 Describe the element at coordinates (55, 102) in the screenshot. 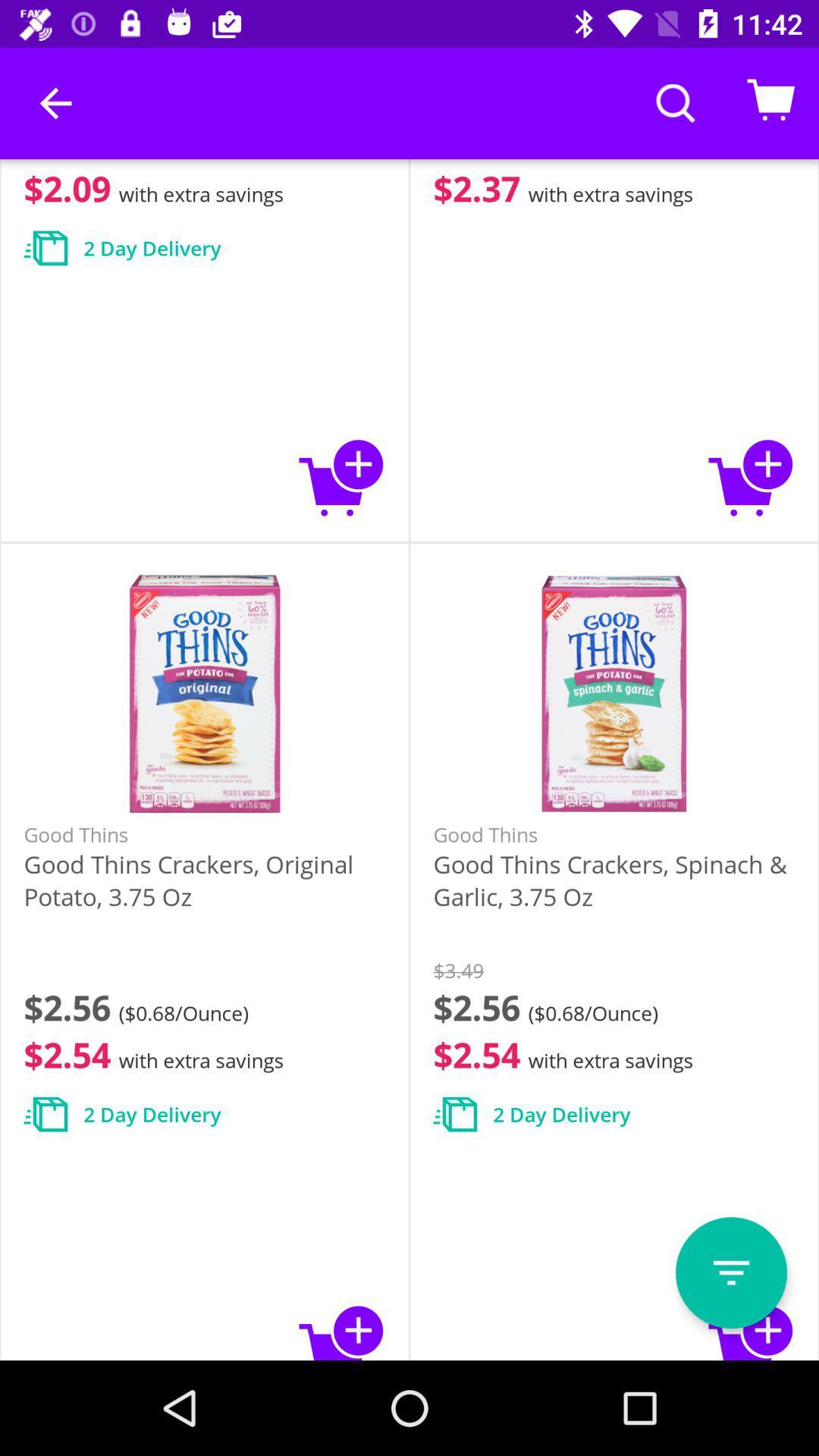

I see `the icon next to ($0.26/ounce) icon` at that location.